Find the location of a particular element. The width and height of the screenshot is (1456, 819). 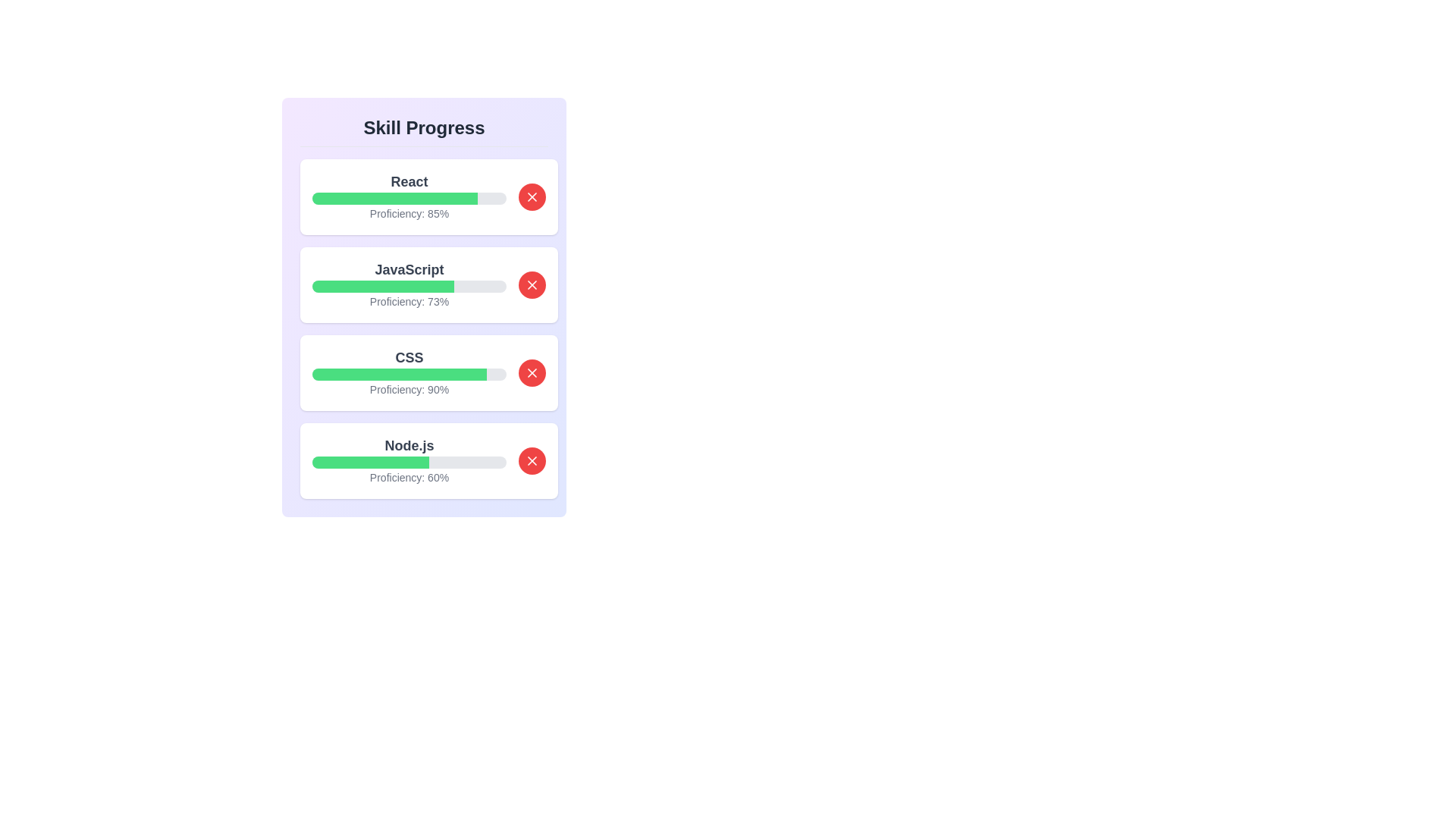

remove button for the skill Node.js is located at coordinates (532, 460).